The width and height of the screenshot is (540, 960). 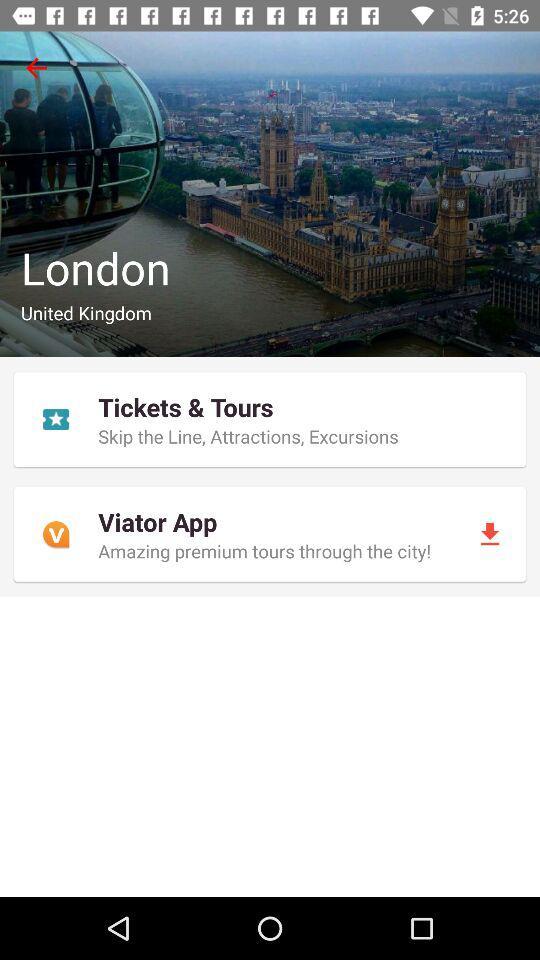 I want to click on the icon above the london, so click(x=36, y=68).